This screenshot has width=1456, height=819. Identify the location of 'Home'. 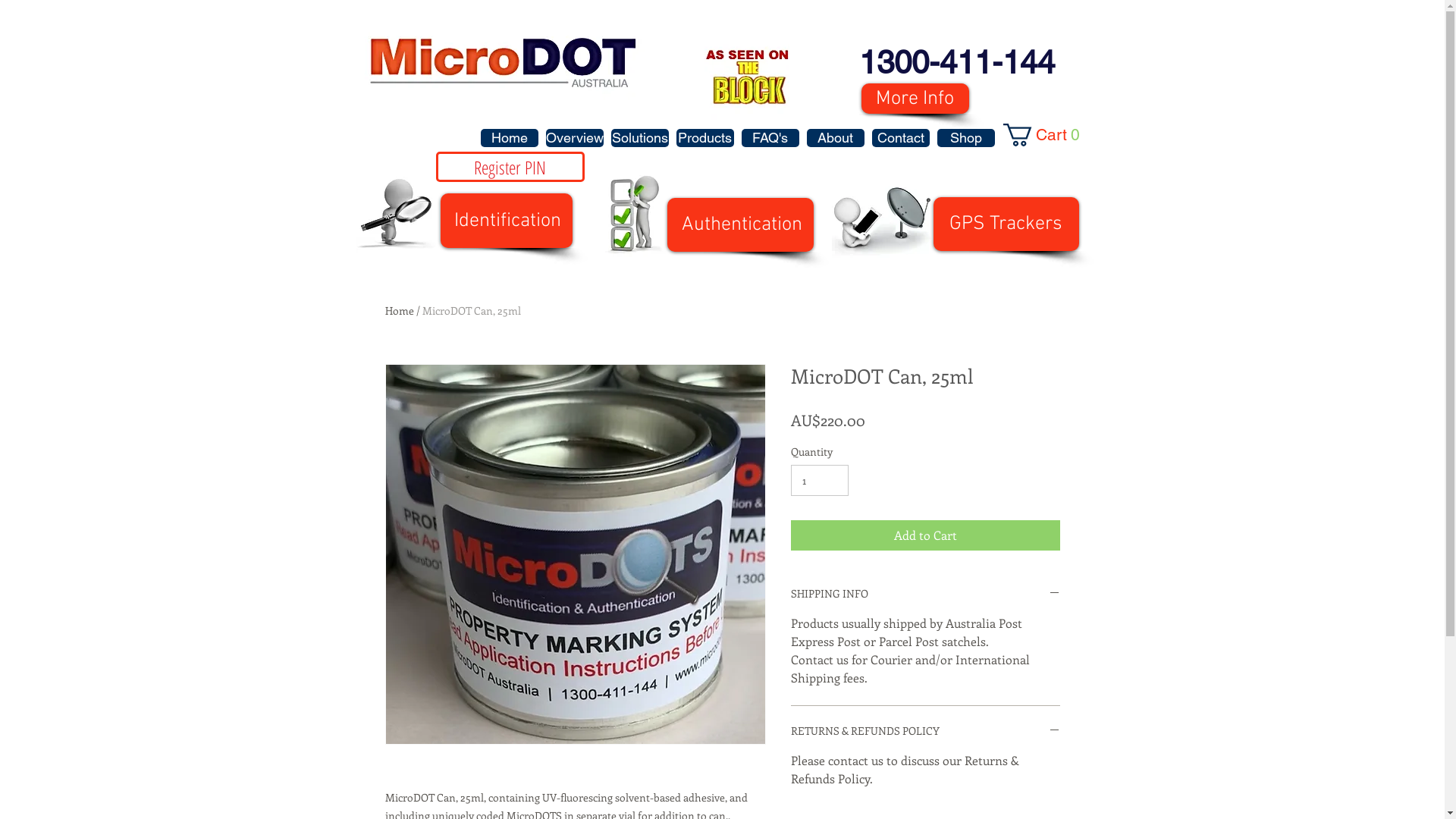
(510, 137).